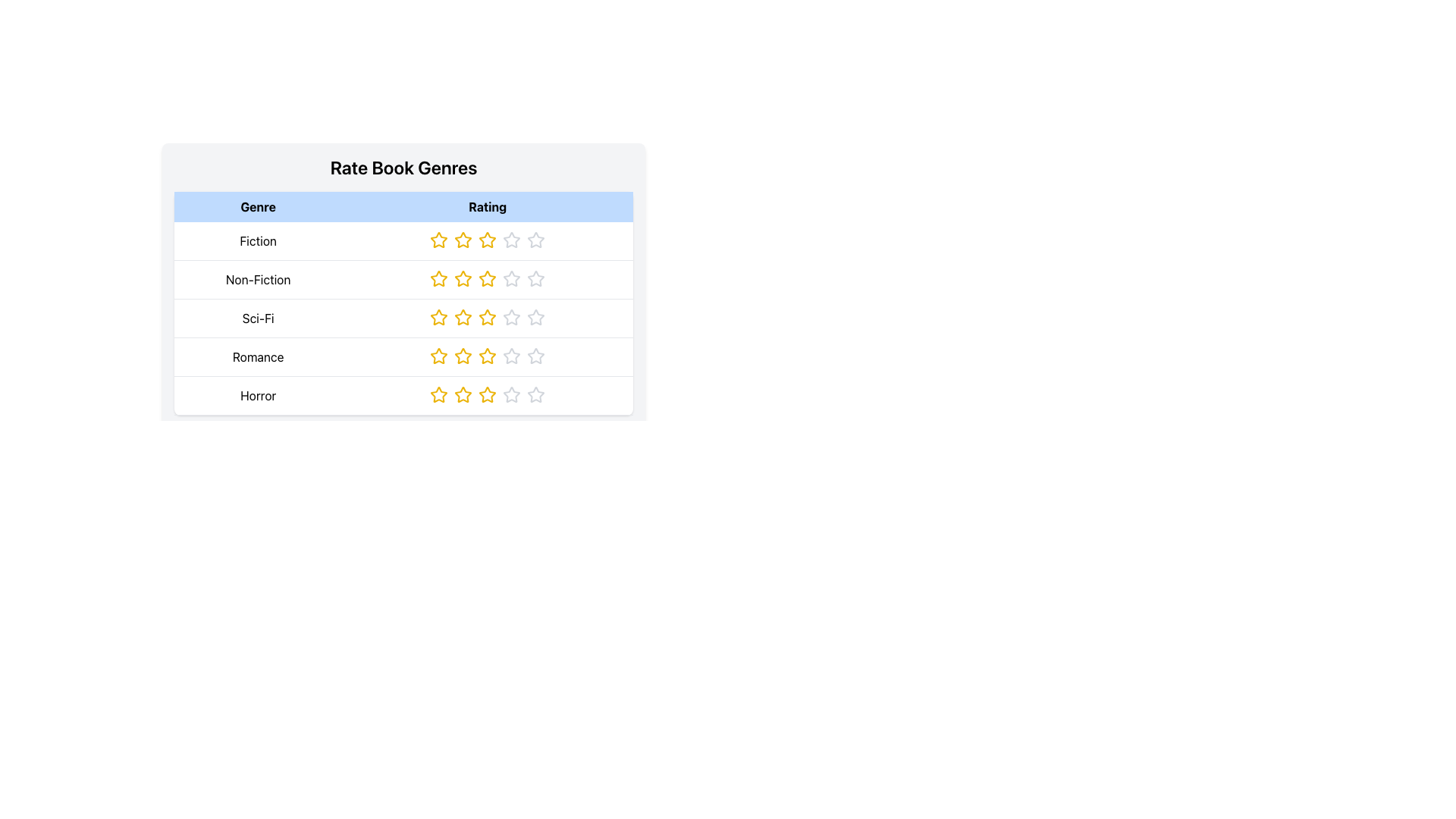 The height and width of the screenshot is (819, 1456). I want to click on the second star in the rating scale, so click(463, 239).